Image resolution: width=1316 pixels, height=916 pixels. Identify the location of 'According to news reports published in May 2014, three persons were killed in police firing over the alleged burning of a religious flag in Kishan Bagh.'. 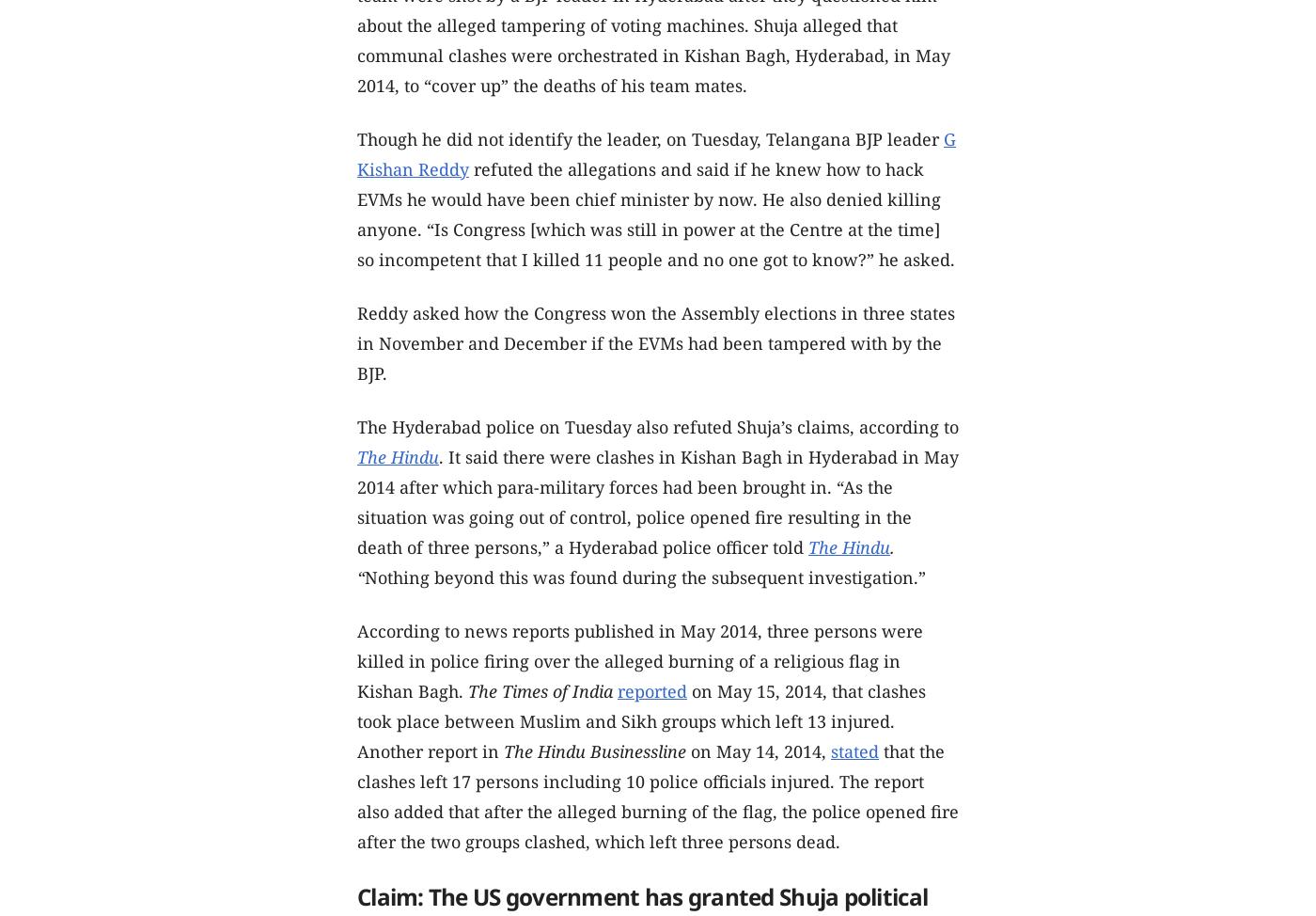
(356, 659).